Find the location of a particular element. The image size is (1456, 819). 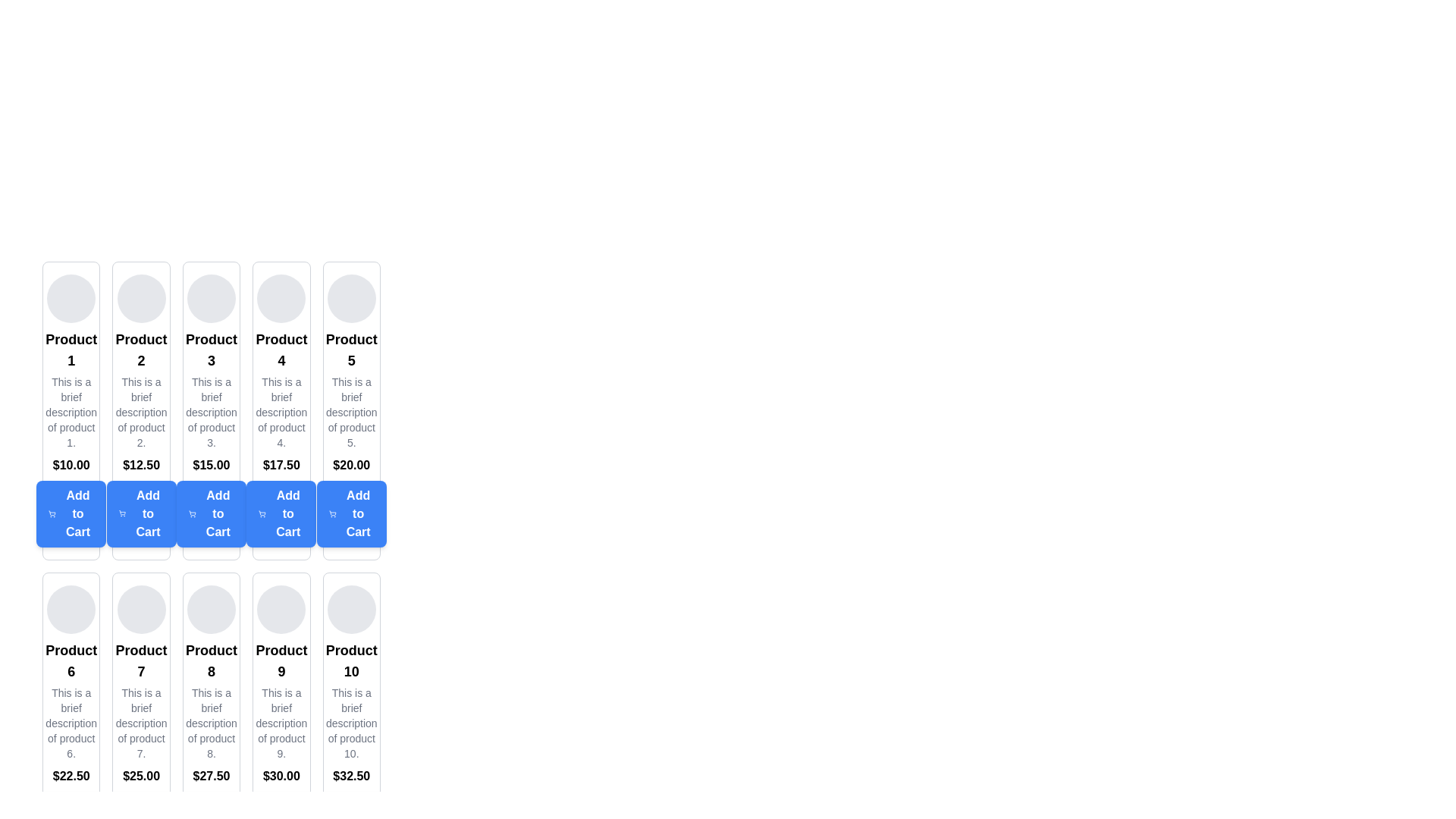

the button at the bottom of the 'Product 5' card to trigger the hover effect is located at coordinates (350, 513).